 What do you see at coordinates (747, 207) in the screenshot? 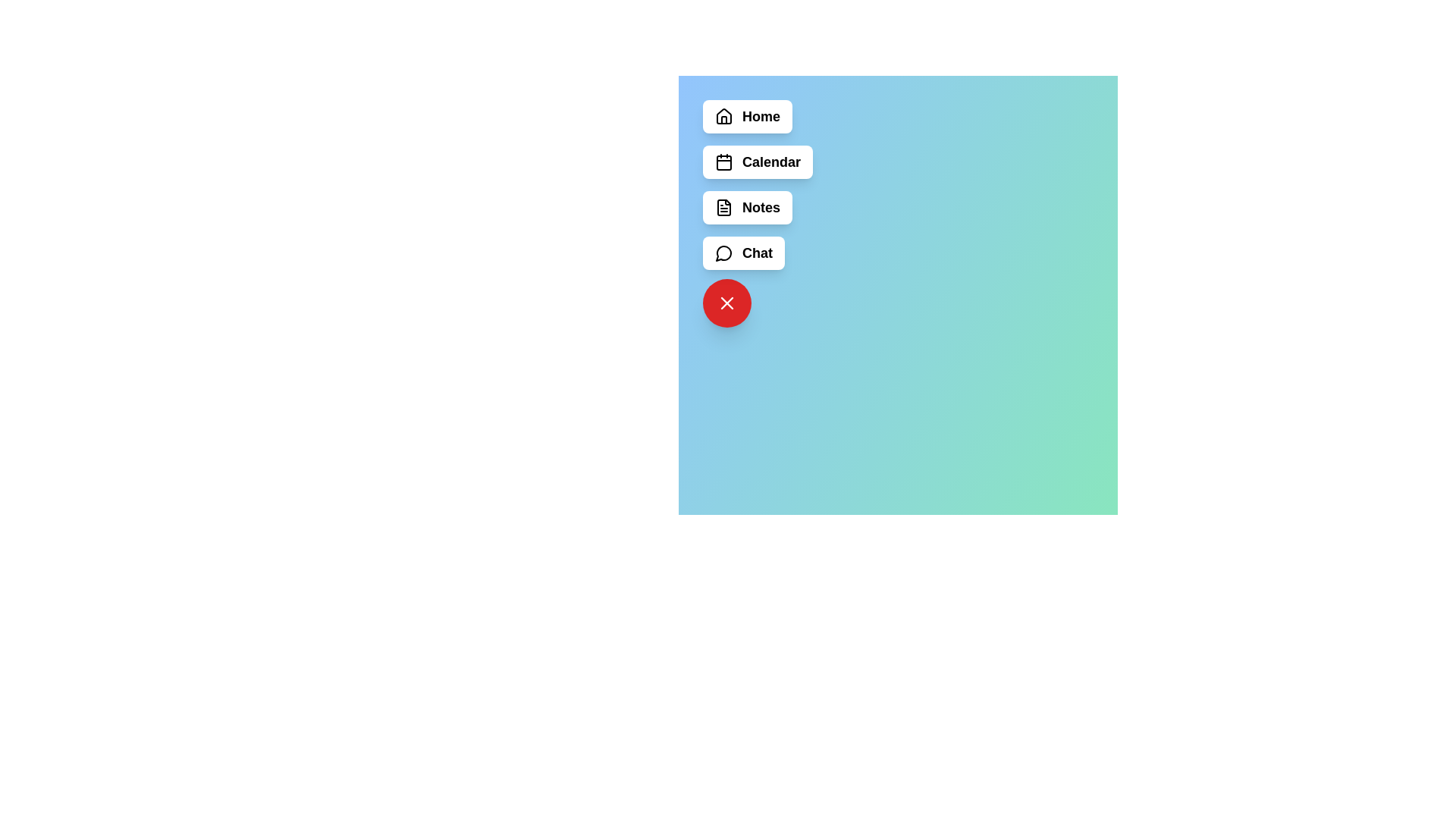
I see `the menu item labeled Notes` at bounding box center [747, 207].